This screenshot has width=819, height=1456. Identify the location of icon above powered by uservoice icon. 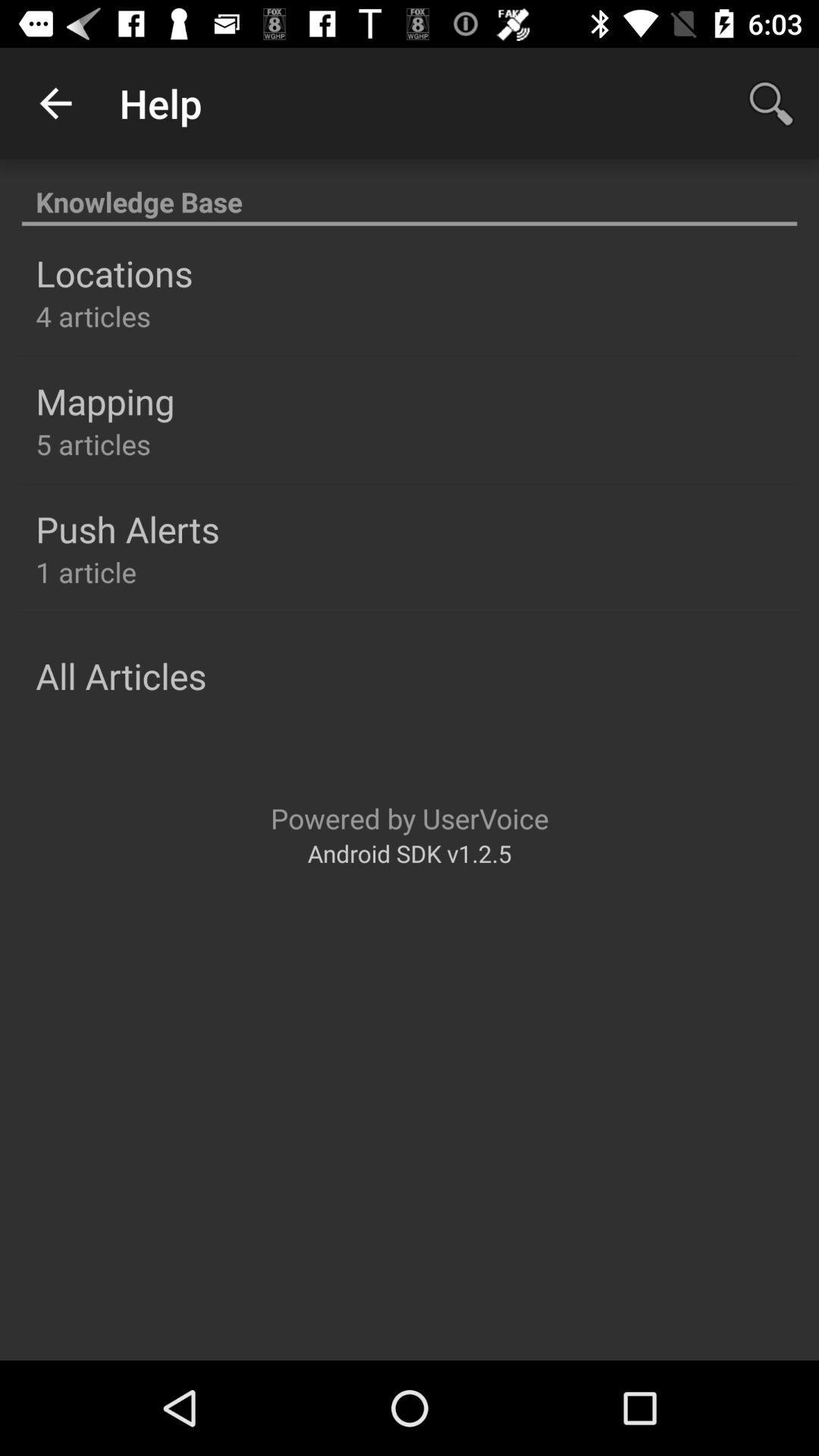
(120, 675).